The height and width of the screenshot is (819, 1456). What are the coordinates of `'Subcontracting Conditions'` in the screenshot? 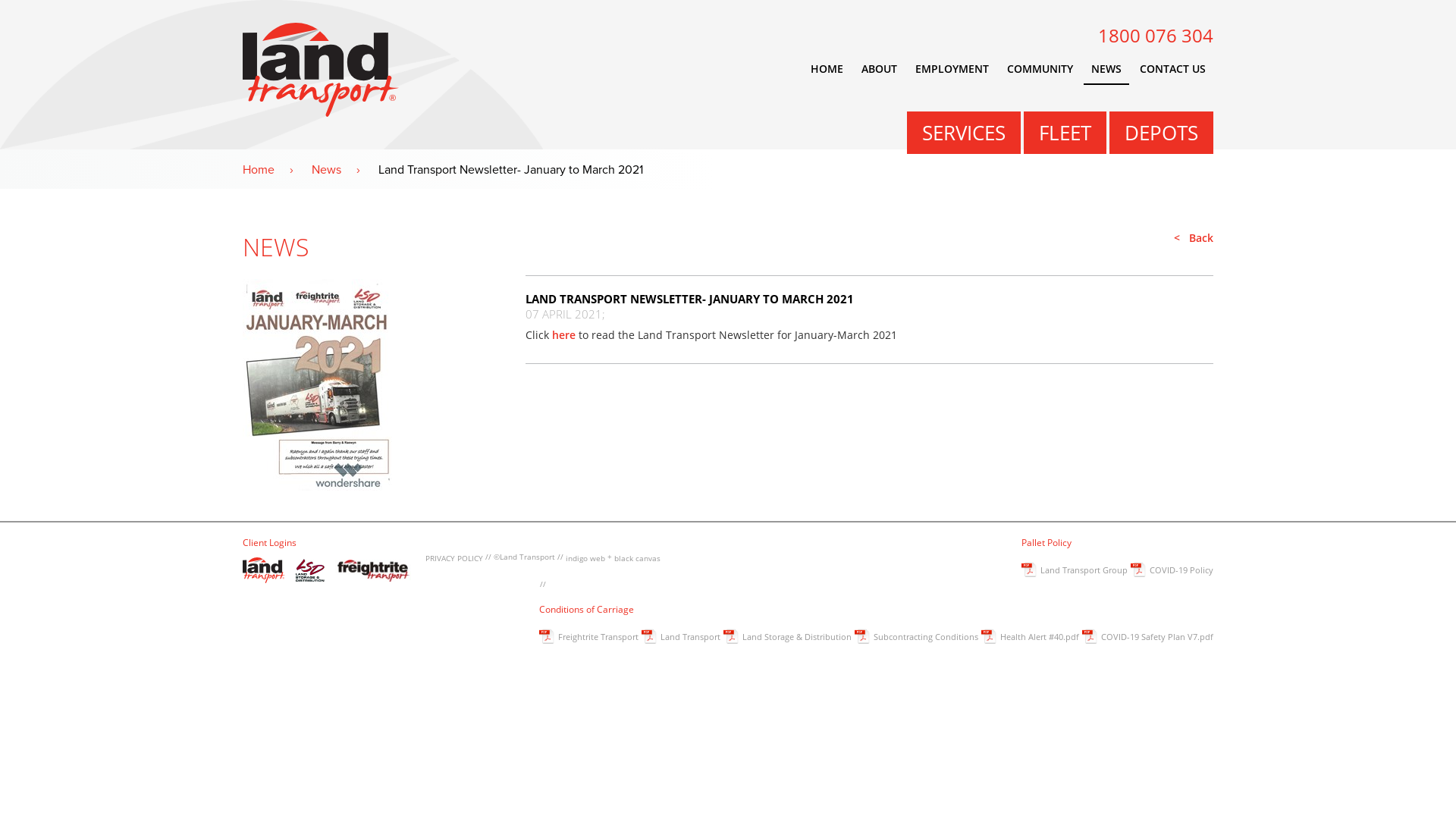 It's located at (915, 638).